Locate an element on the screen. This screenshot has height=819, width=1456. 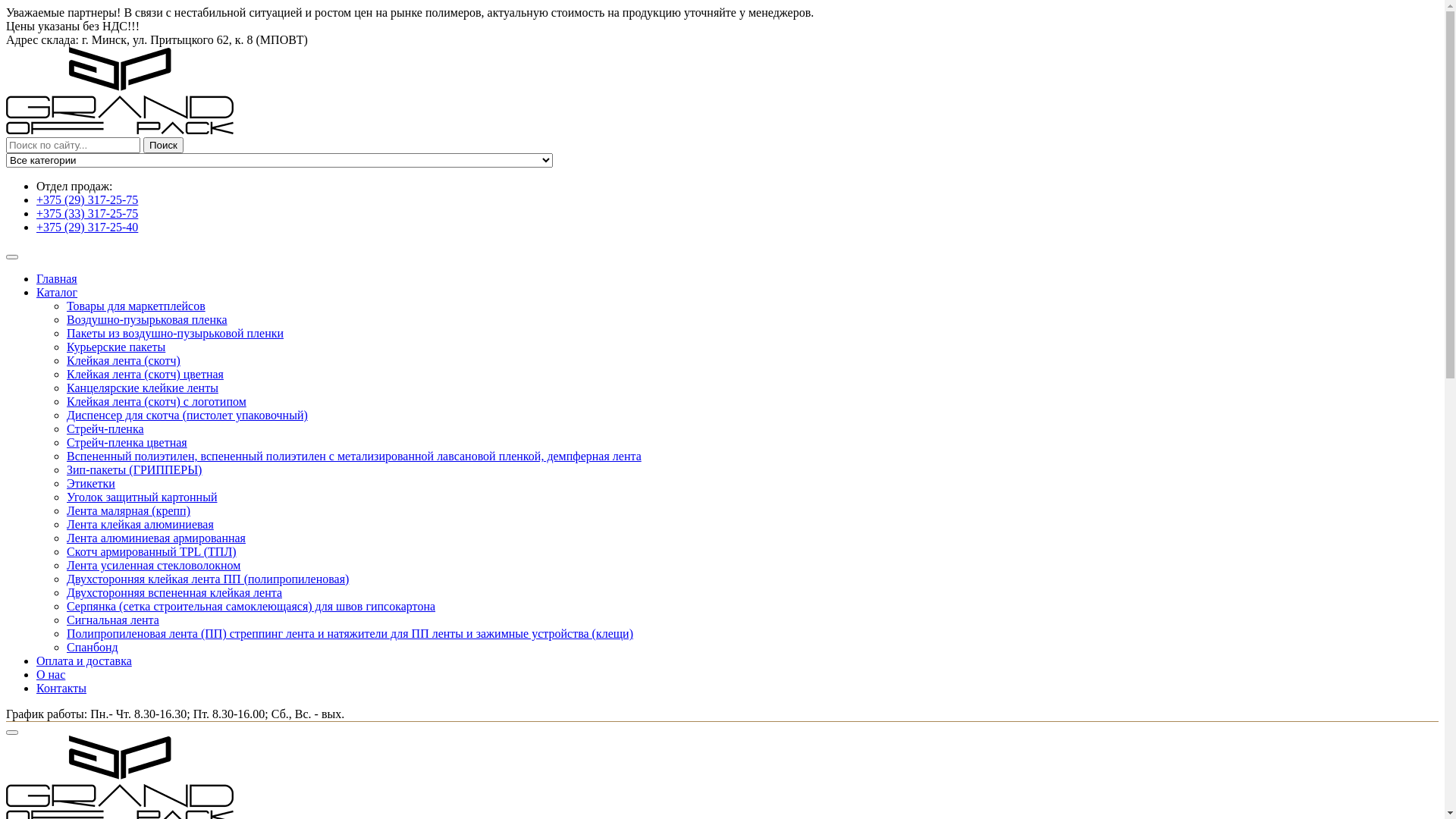
'+375 (33) 317-25-75' is located at coordinates (86, 213).